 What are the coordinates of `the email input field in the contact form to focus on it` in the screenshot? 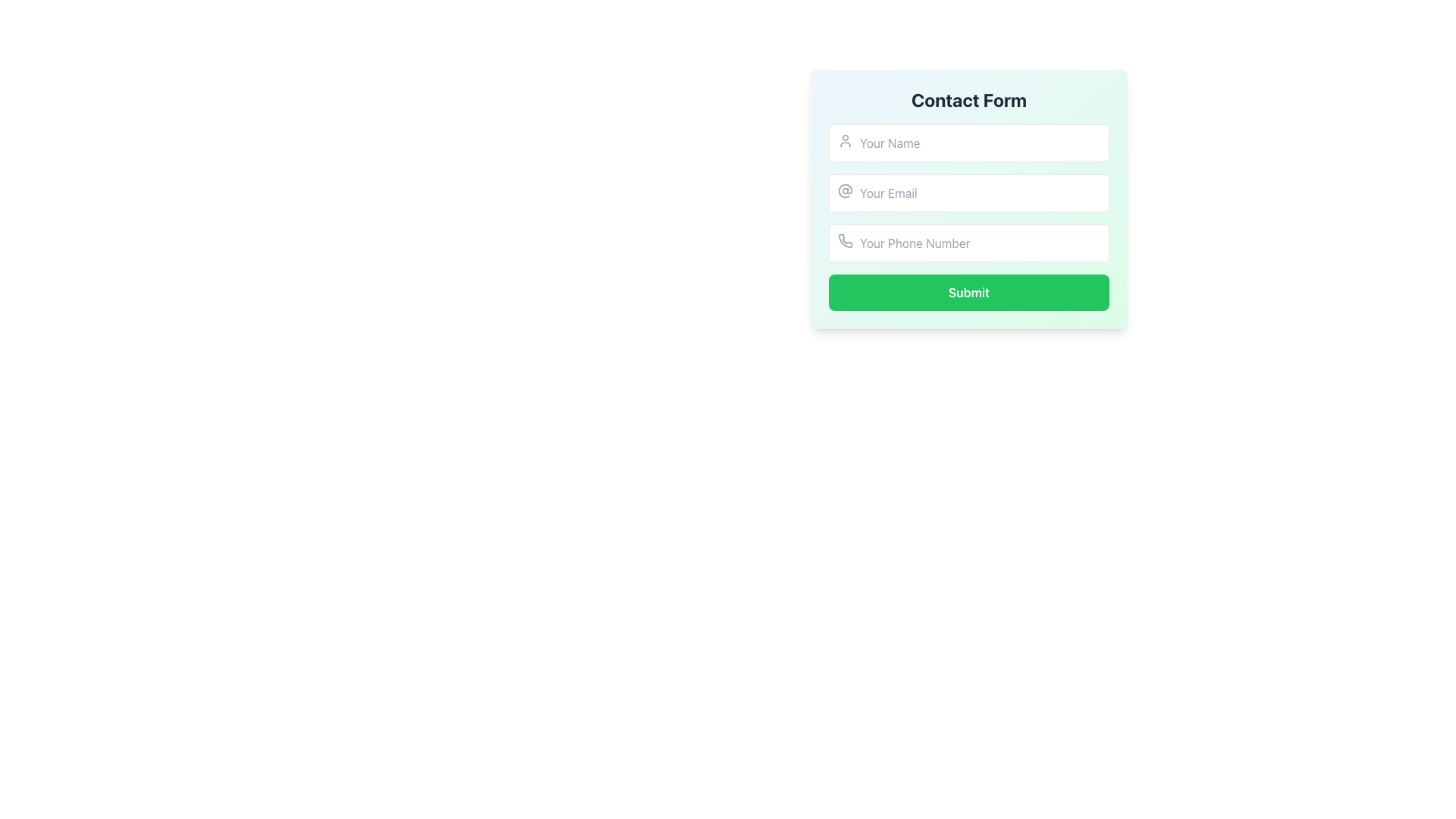 It's located at (968, 198).